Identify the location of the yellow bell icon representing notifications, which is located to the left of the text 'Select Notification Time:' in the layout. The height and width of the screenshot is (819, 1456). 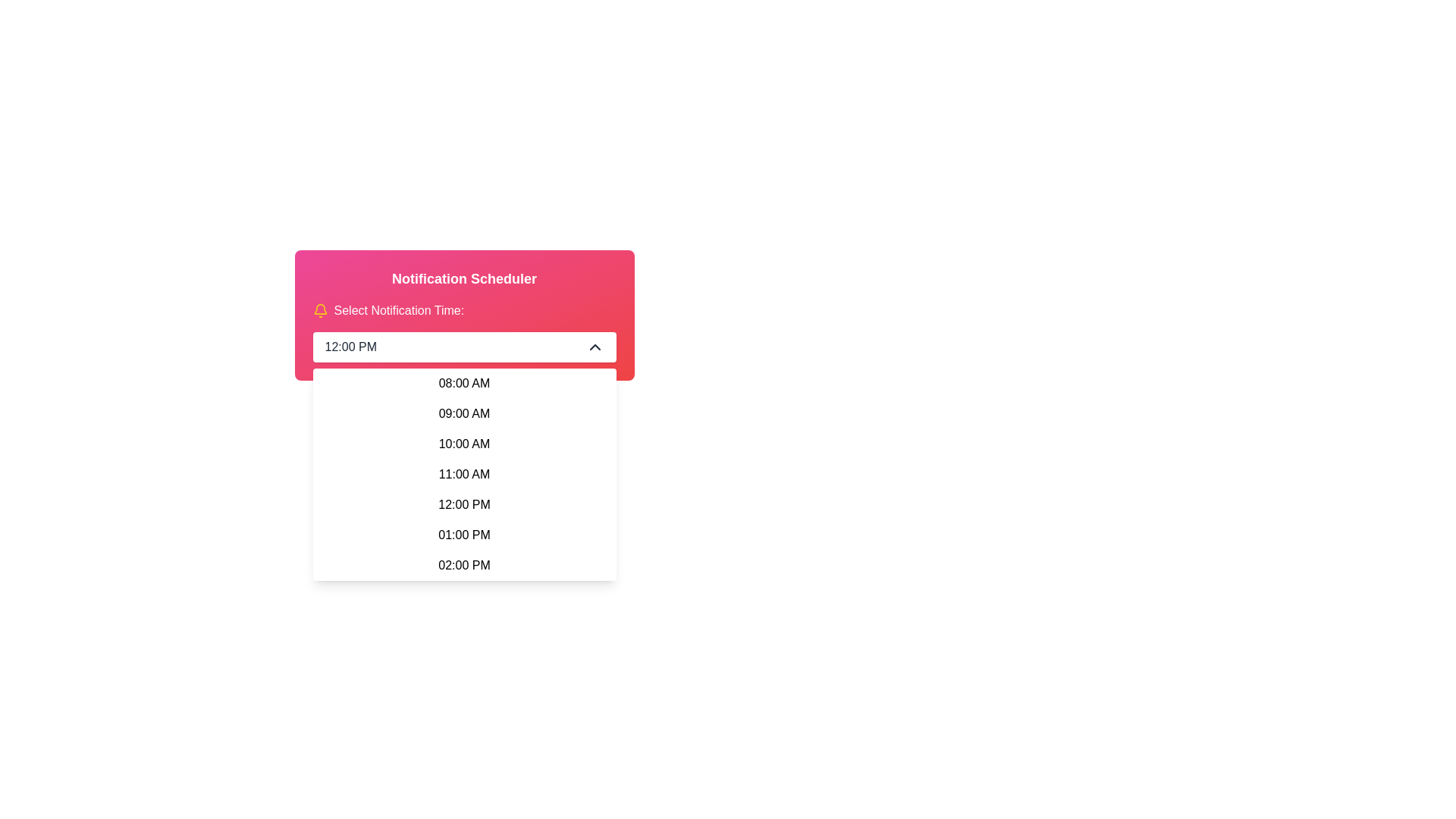
(319, 309).